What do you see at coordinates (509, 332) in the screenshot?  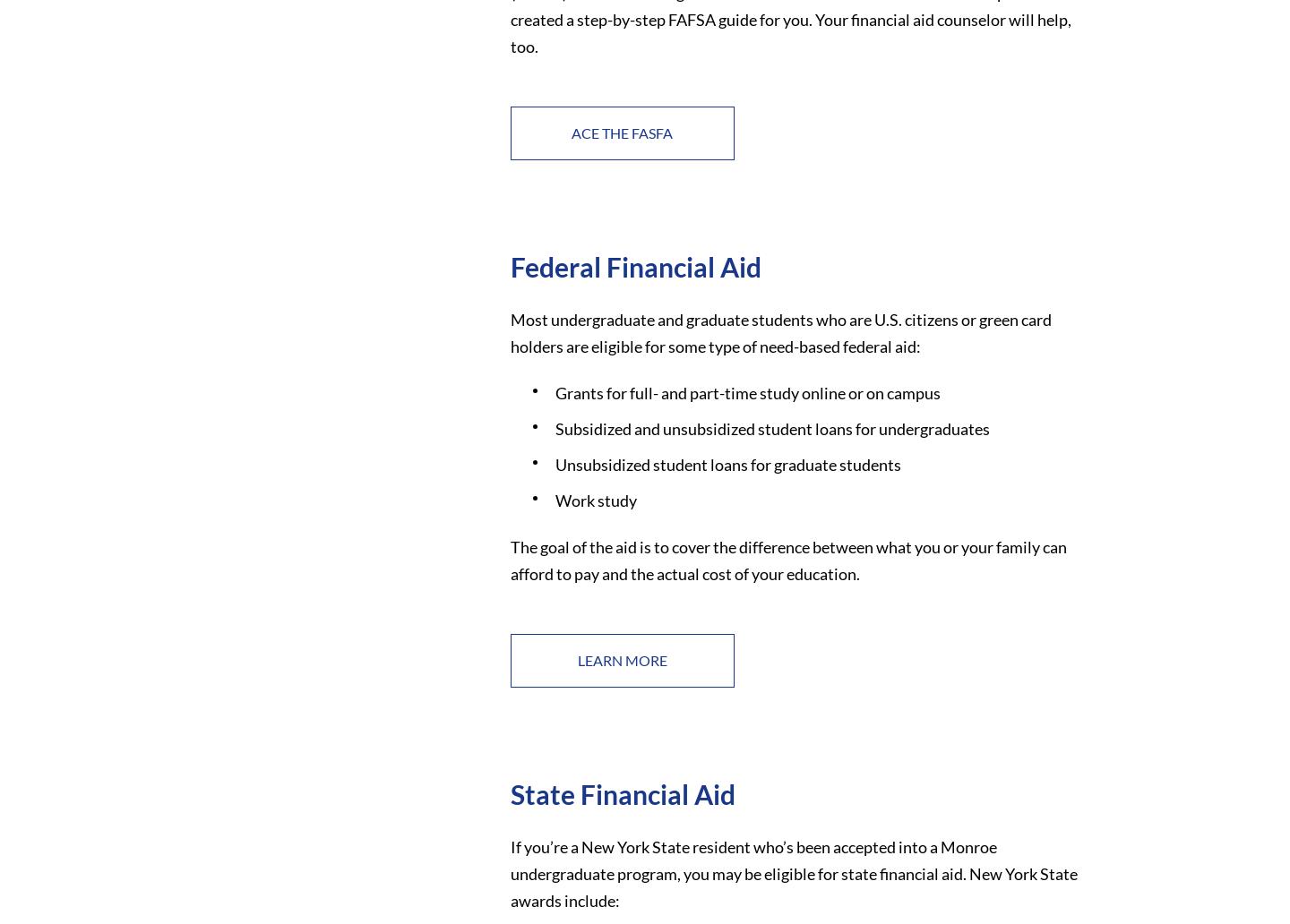 I see `'Most undergraduate and graduate students who are U.S. citizens or green card holders are eligible for some type of need-based federal aid:'` at bounding box center [509, 332].